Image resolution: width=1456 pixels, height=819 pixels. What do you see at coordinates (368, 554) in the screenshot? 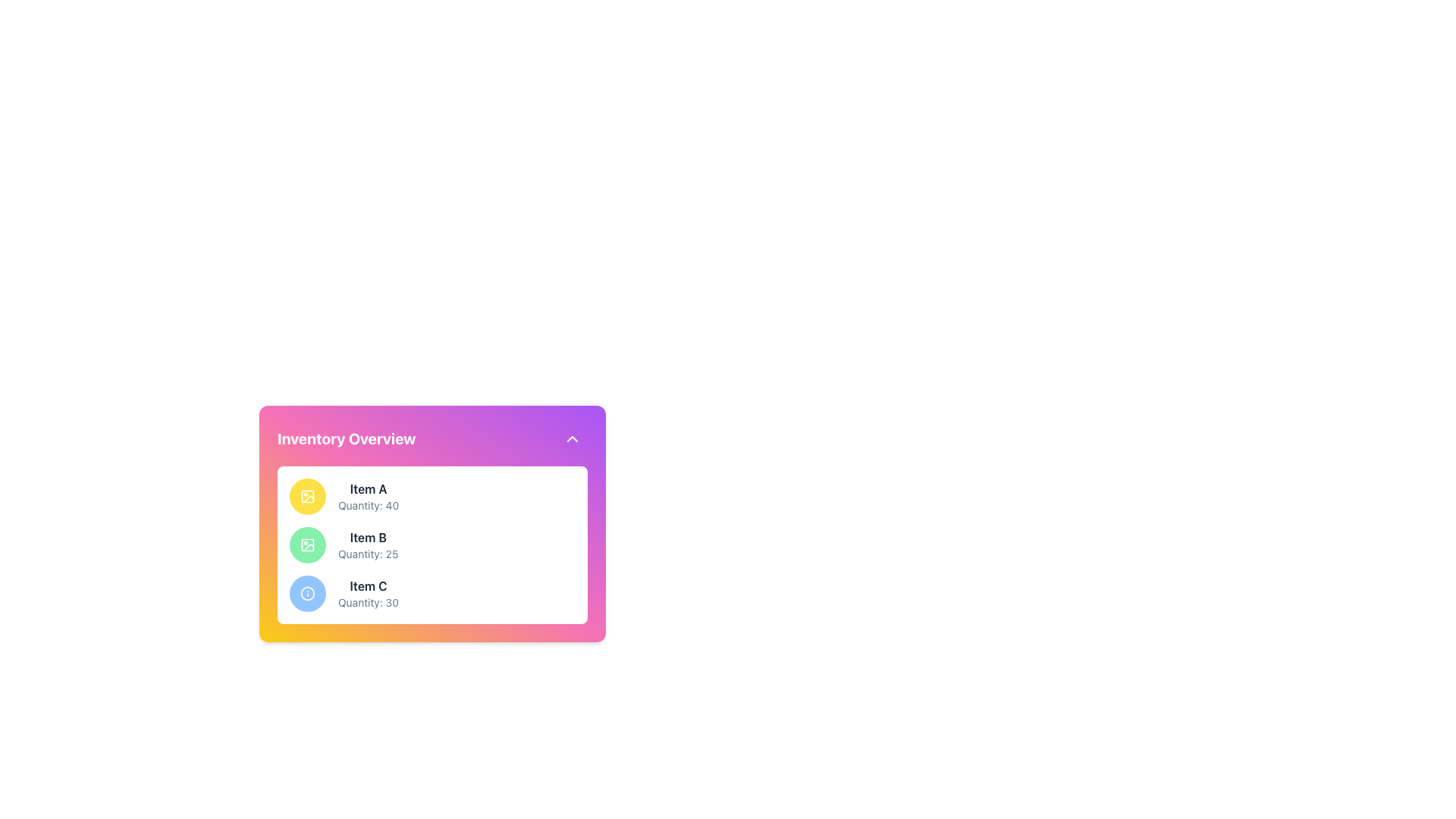
I see `the static text displaying 'Quantity: 25' which is positioned below the label 'Item B' in the 'Inventory Overview' card` at bounding box center [368, 554].